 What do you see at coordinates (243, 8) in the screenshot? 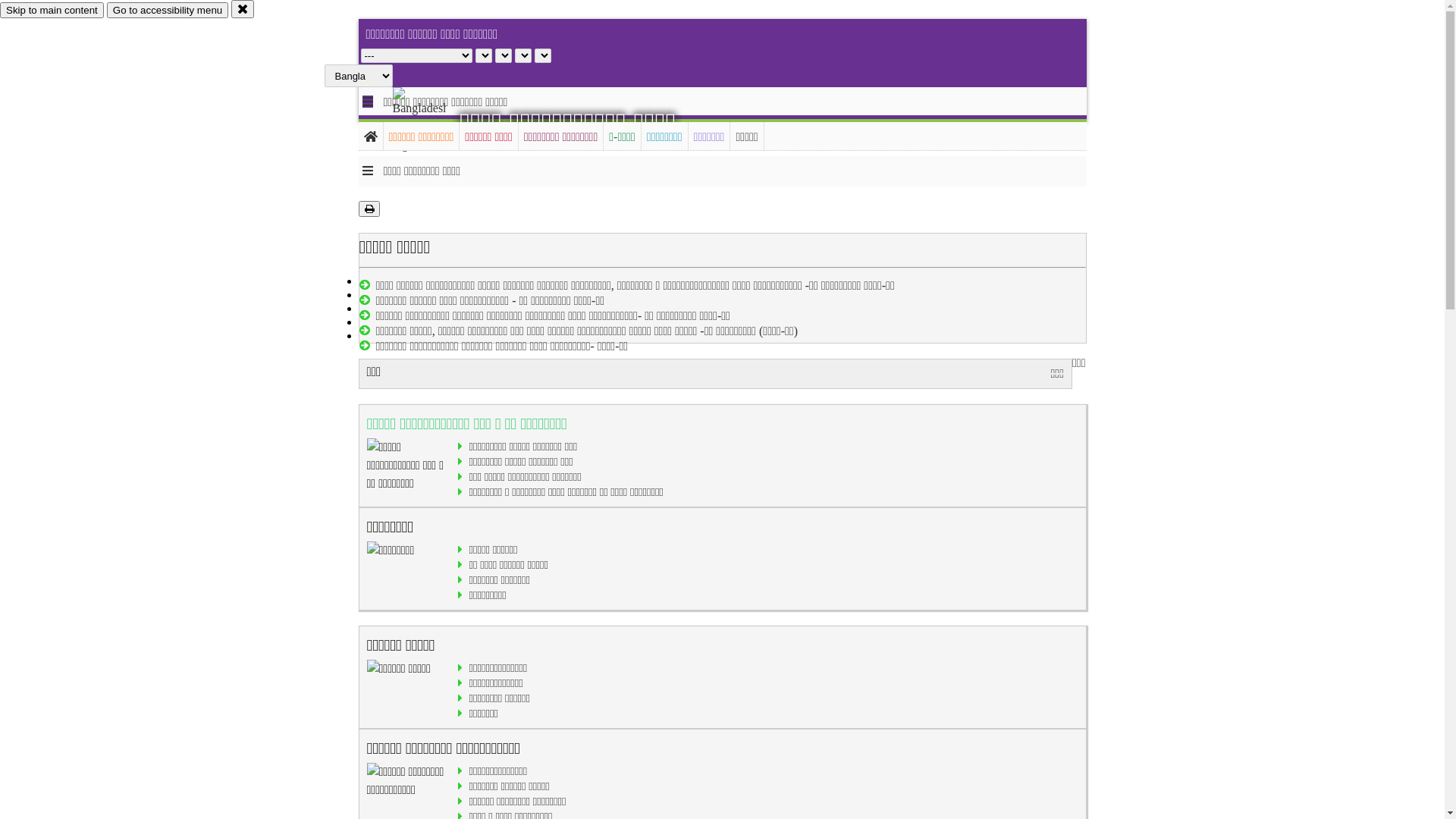
I see `'close'` at bounding box center [243, 8].